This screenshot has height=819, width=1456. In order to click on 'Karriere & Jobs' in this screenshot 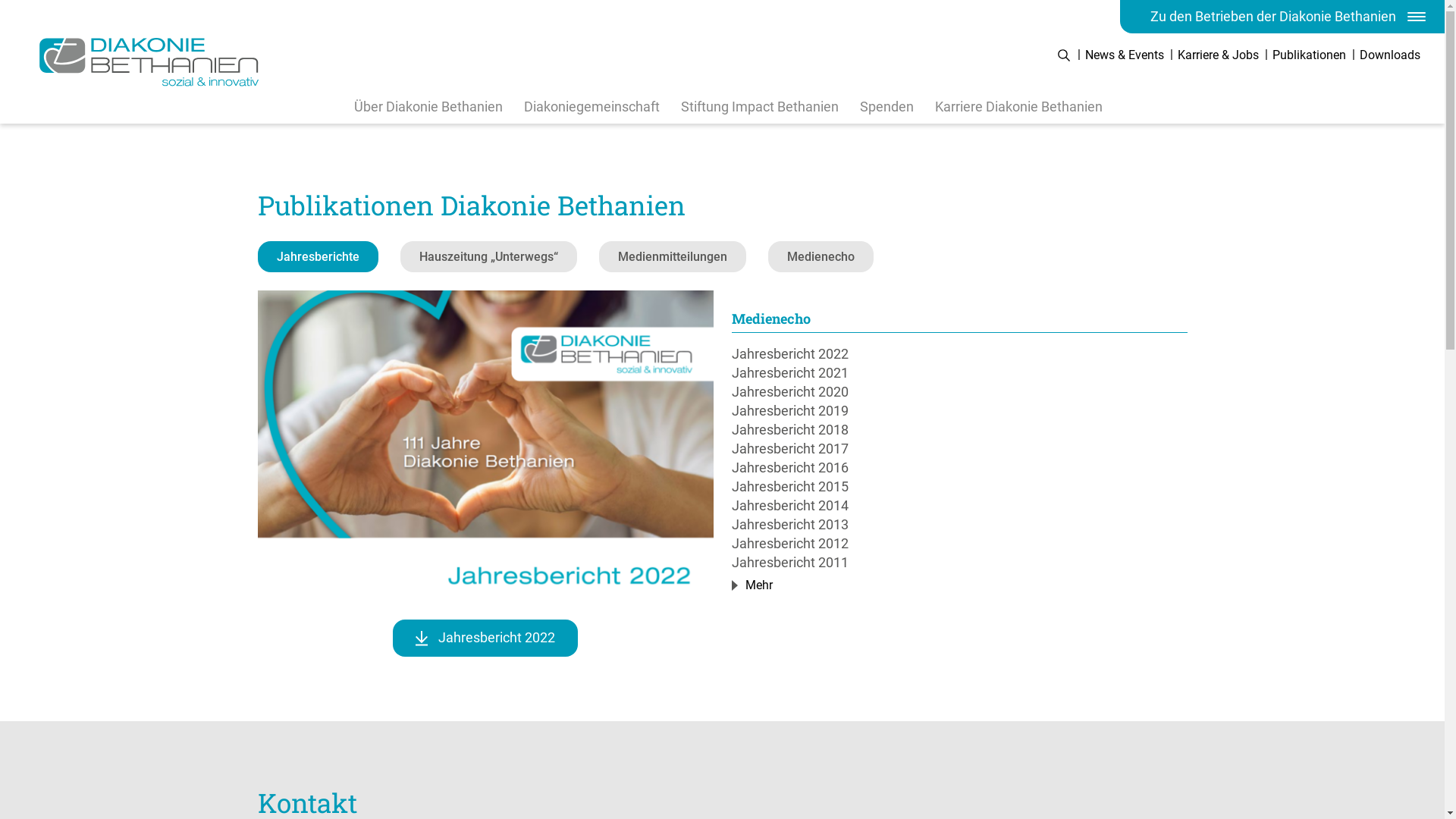, I will do `click(1218, 54)`.